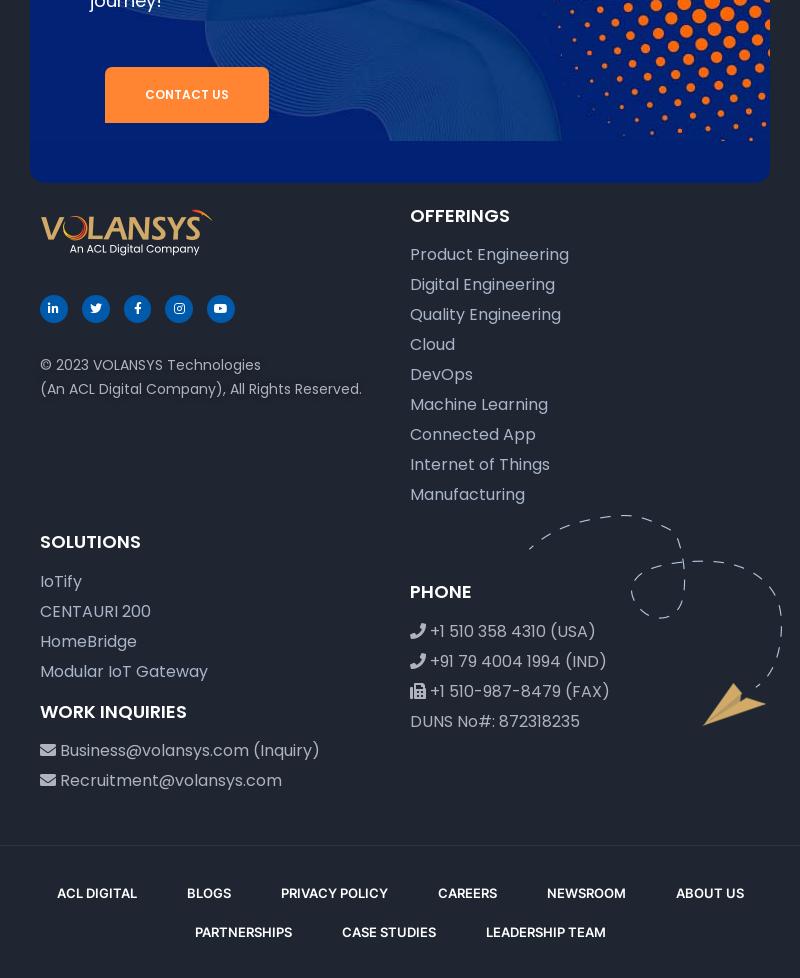 Image resolution: width=800 pixels, height=978 pixels. I want to click on 'DUNS No#: 872318235', so click(494, 720).